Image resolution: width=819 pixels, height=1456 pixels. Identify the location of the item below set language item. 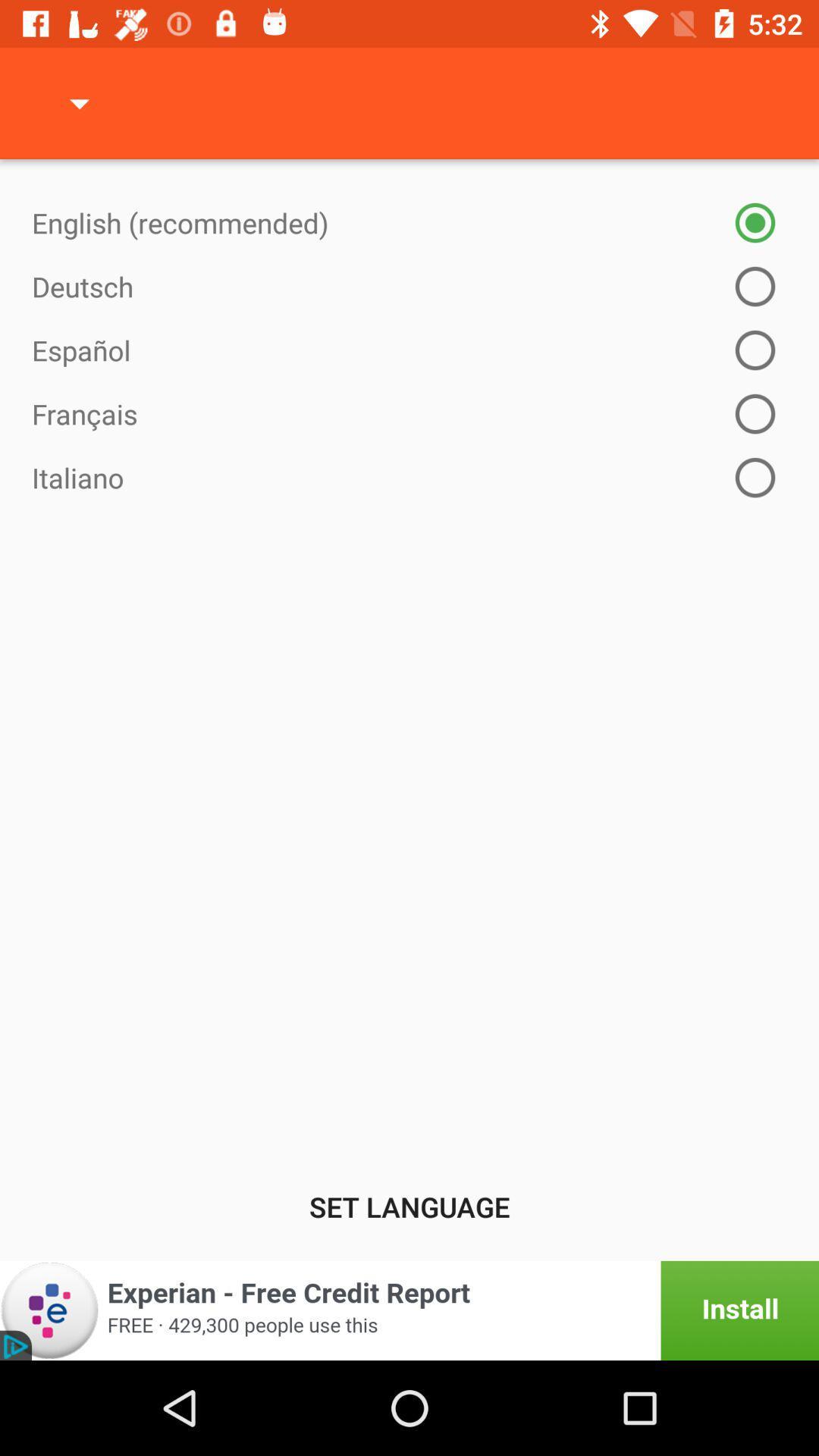
(409, 1310).